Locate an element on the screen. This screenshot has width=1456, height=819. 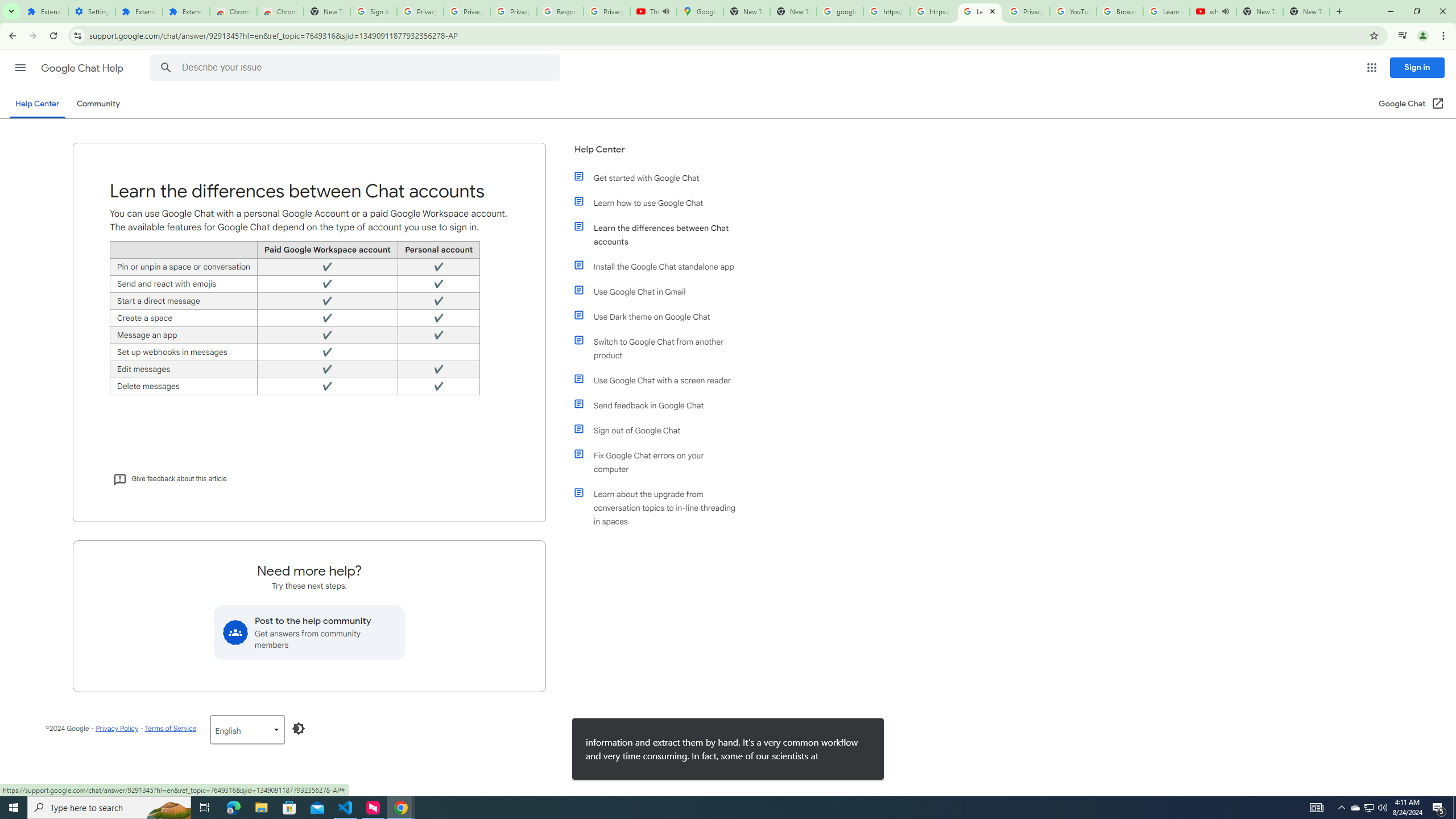
'Install the Google Chat standalone app' is located at coordinates (661, 266).